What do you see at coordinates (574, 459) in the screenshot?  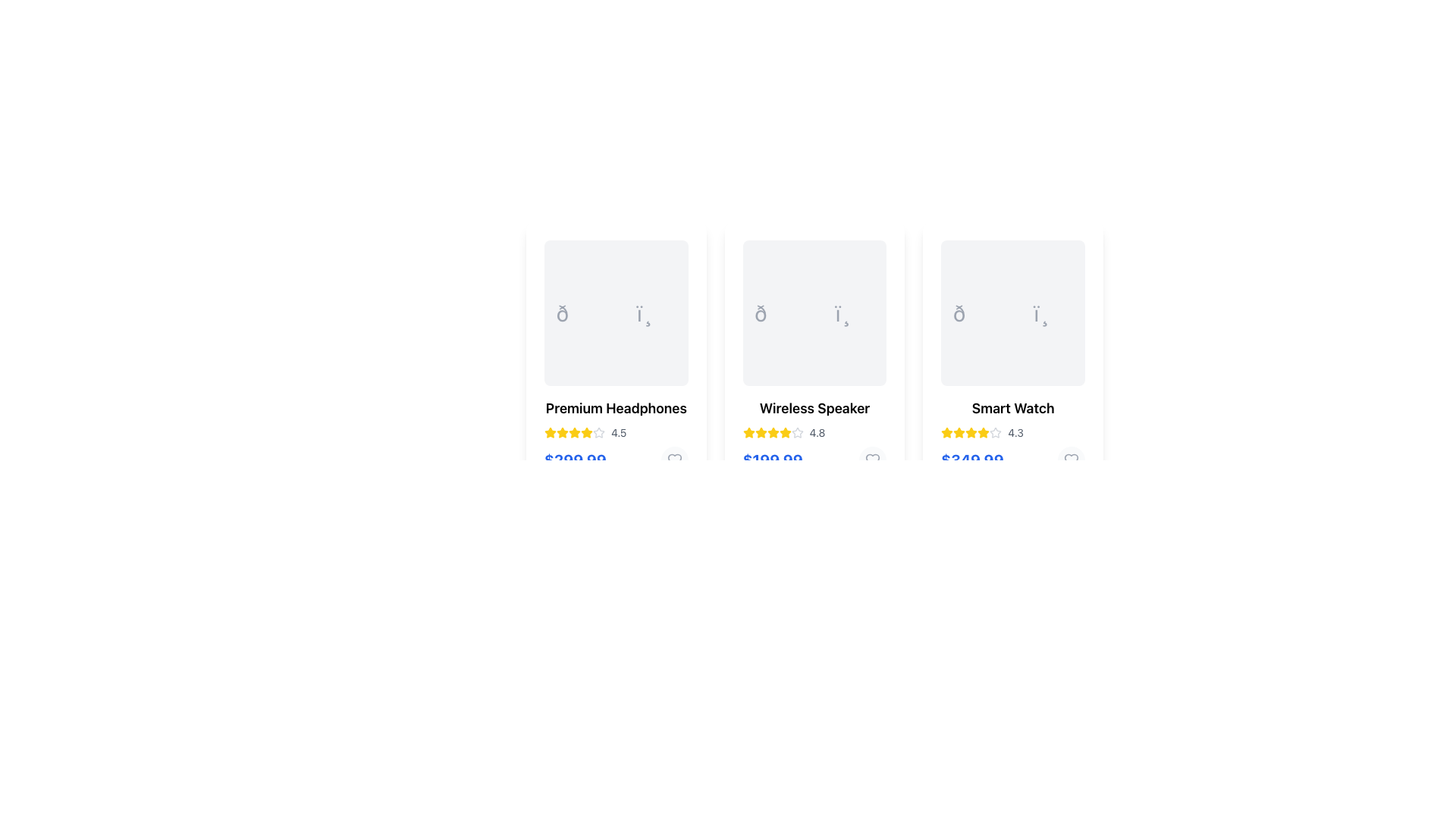 I see `the price display text label for the 'Premium Headphones' product, which is located just below the rating stars and review count in the product card` at bounding box center [574, 459].